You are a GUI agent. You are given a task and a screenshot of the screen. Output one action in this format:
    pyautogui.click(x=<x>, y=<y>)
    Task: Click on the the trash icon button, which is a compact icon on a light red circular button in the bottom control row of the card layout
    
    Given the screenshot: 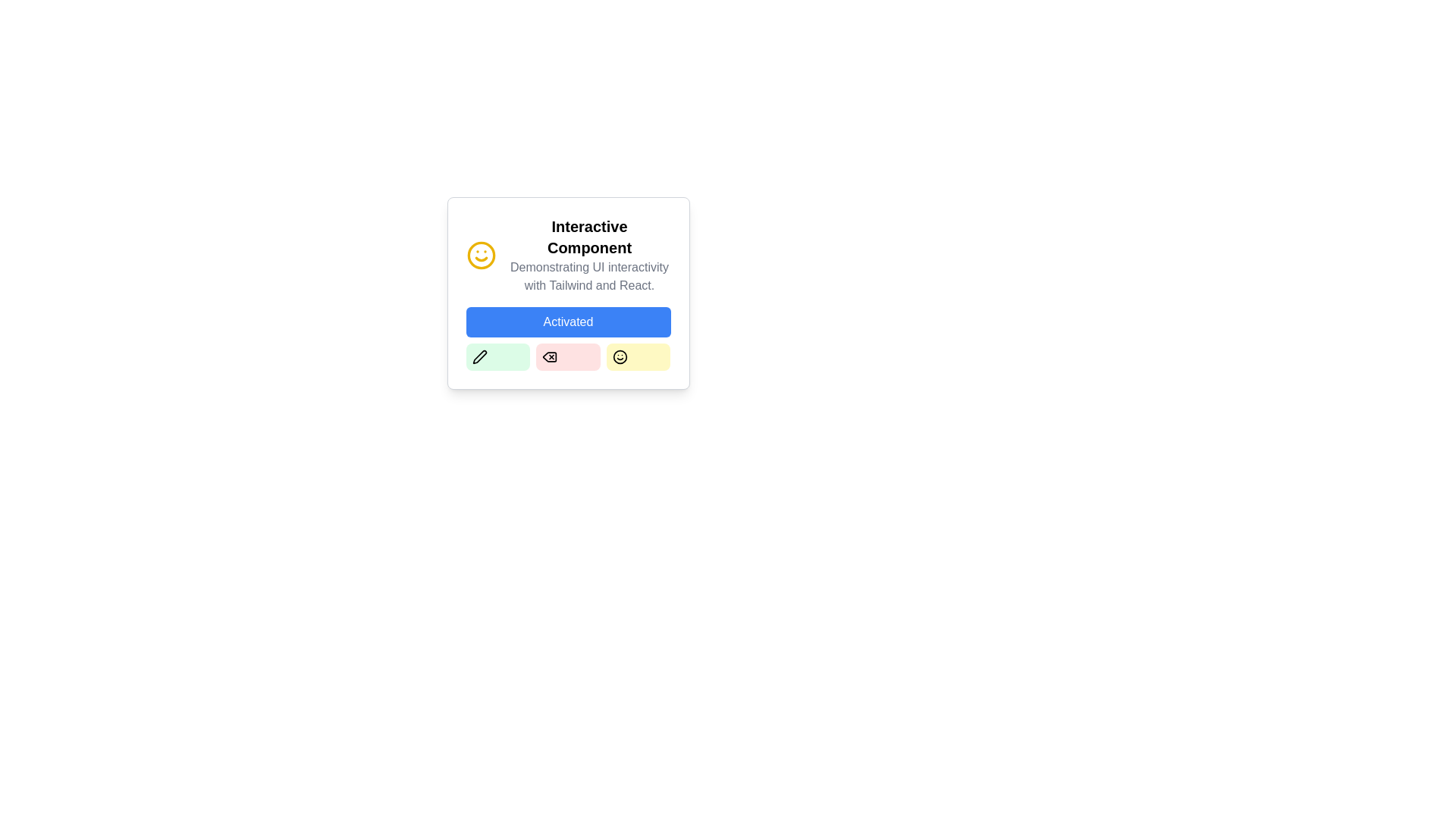 What is the action you would take?
    pyautogui.click(x=549, y=356)
    